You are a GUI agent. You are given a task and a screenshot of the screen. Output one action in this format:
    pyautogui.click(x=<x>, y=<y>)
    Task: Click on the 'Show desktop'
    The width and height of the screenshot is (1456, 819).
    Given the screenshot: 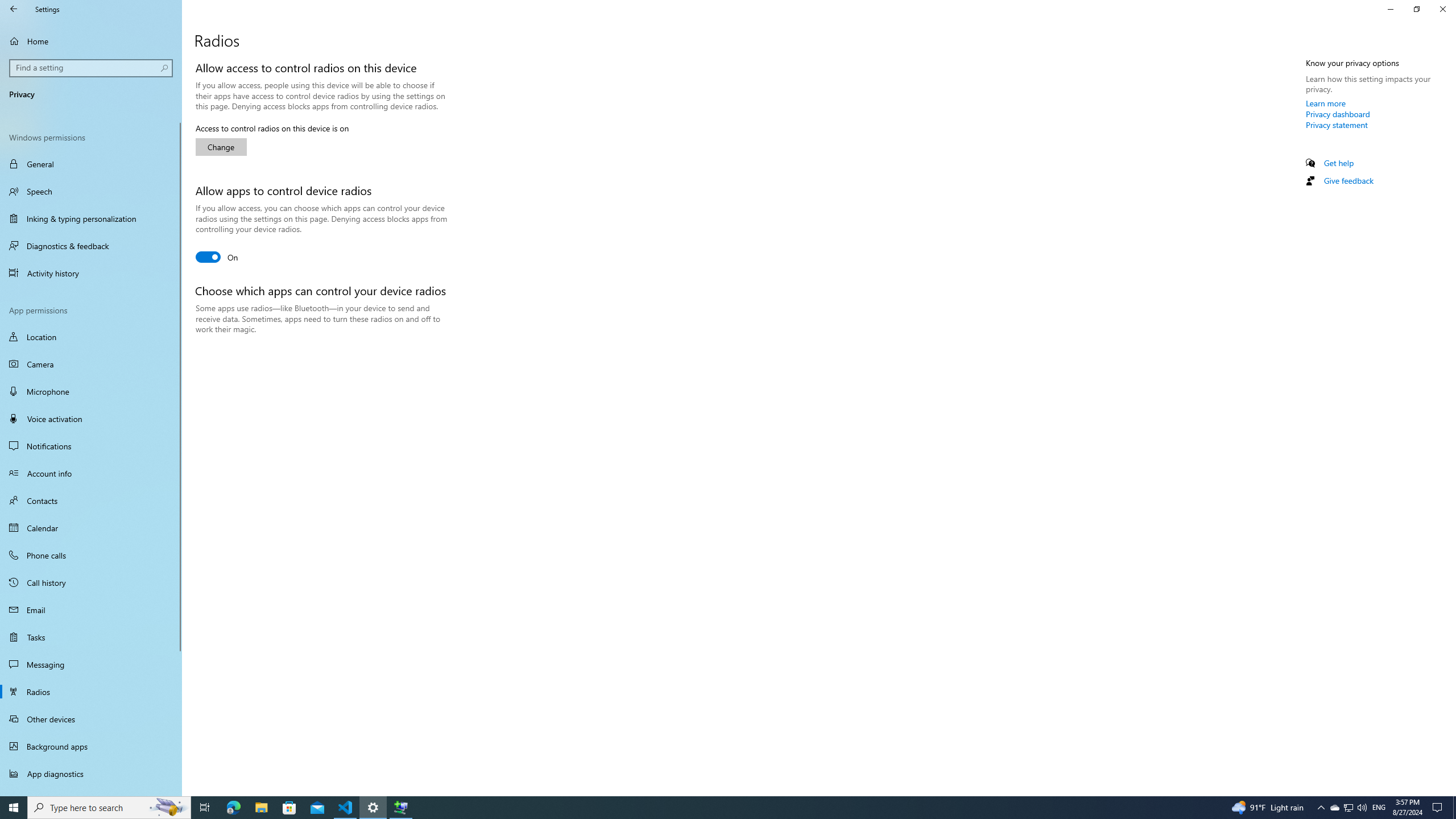 What is the action you would take?
    pyautogui.click(x=1454, y=806)
    